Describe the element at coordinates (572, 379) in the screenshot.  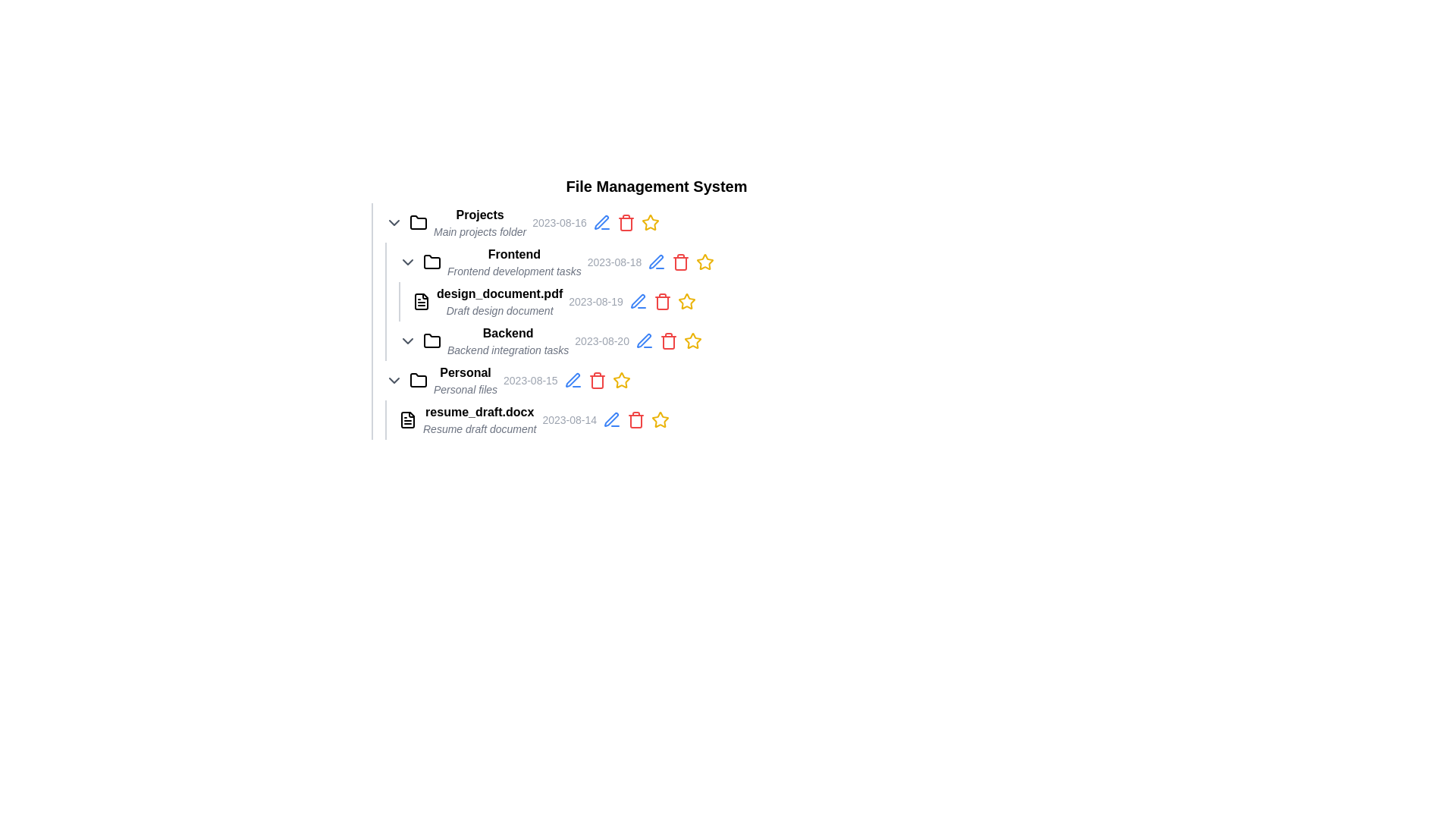
I see `the blue pen icon button located next to the text 'Personal files' under the 'Personal' folder` at that location.